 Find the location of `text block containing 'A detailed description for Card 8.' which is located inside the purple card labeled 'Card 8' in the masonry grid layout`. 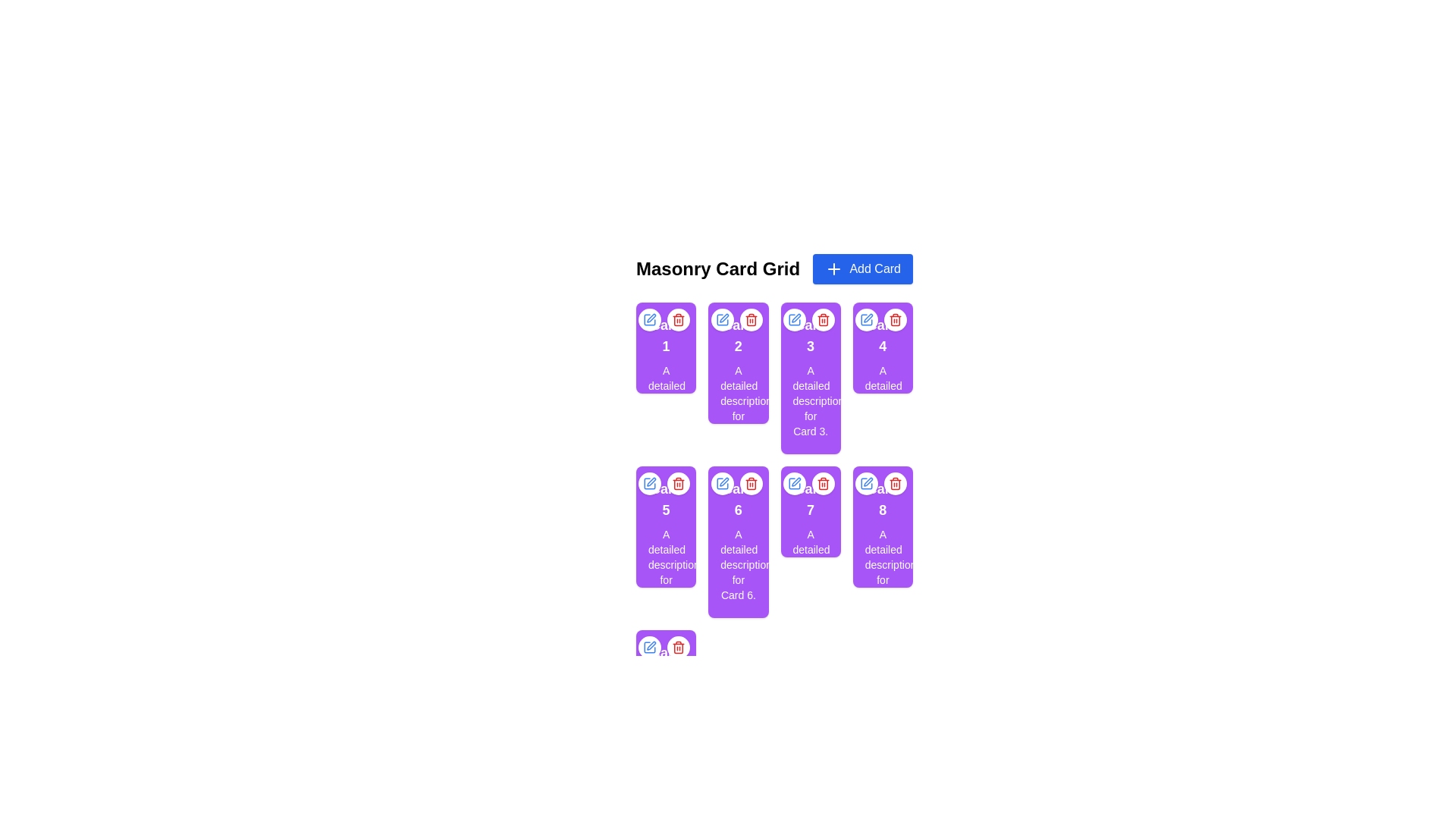

text block containing 'A detailed description for Card 8.' which is located inside the purple card labeled 'Card 8' in the masonry grid layout is located at coordinates (883, 564).